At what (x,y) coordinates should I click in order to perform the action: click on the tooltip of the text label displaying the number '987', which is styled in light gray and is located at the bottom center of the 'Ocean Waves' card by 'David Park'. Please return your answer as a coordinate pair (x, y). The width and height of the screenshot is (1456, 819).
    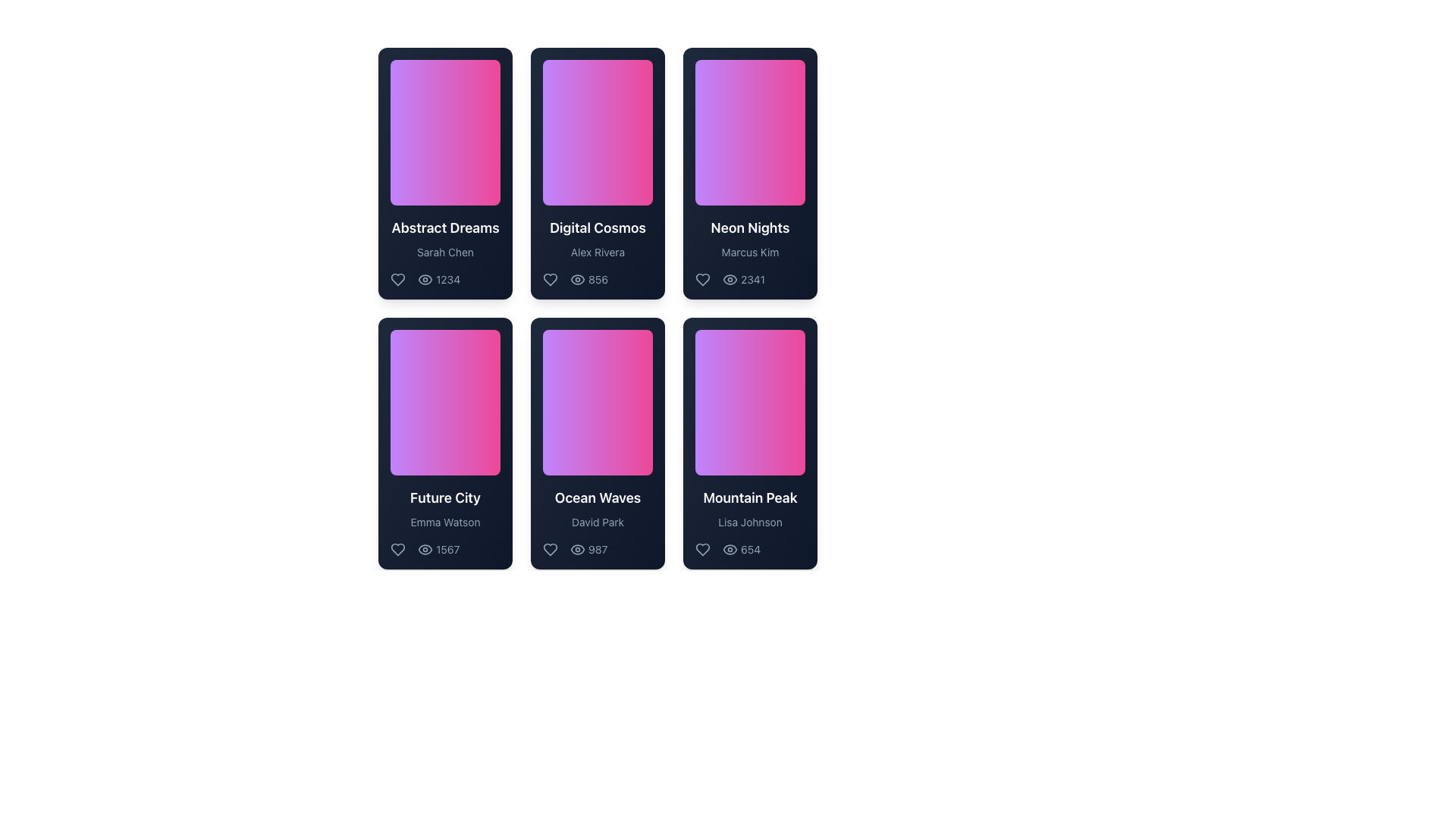
    Looking at the image, I should click on (597, 550).